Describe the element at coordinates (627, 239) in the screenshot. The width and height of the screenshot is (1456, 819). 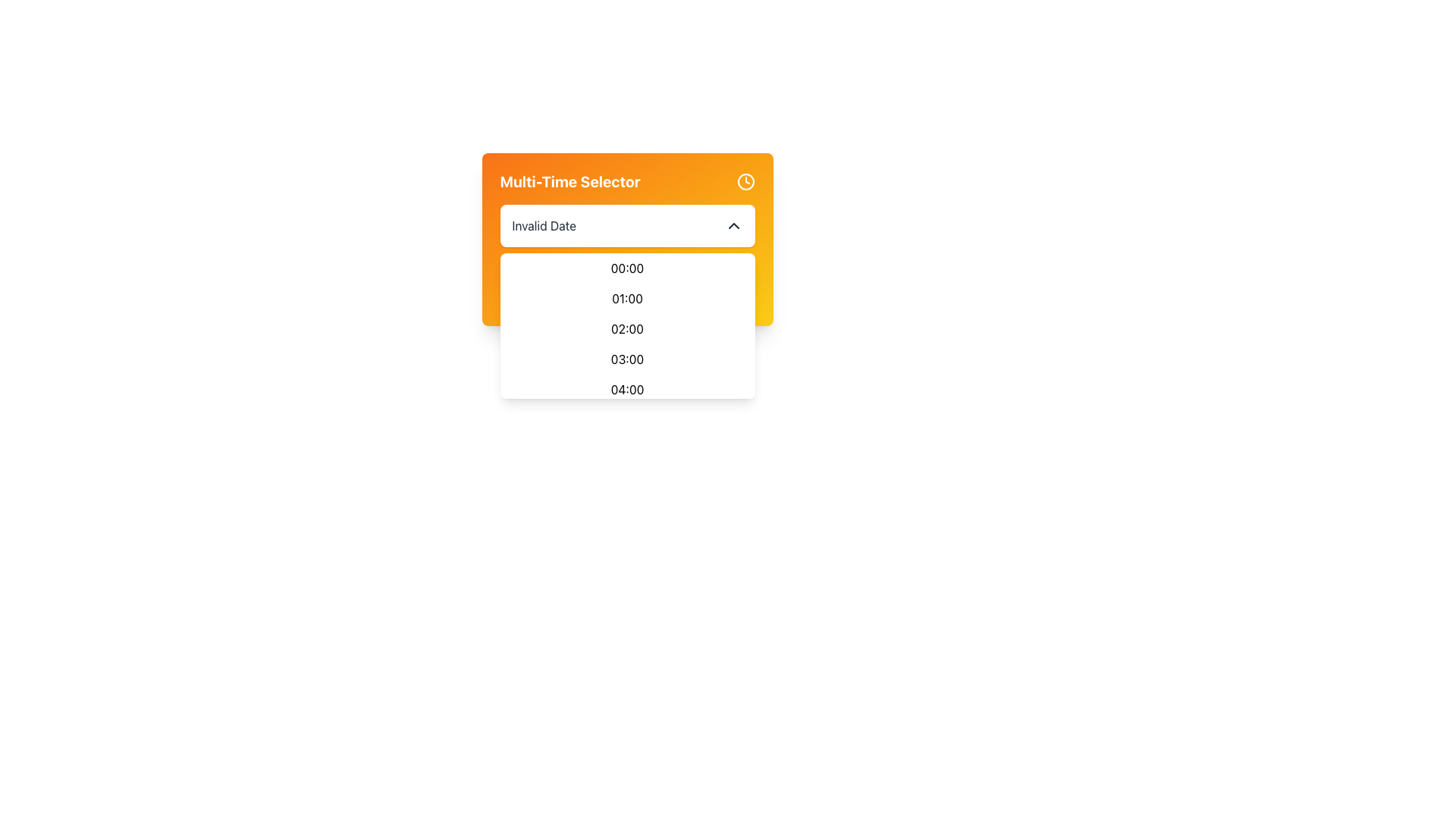
I see `the dropdown menu labeled 'Multi-Time Selector'` at that location.